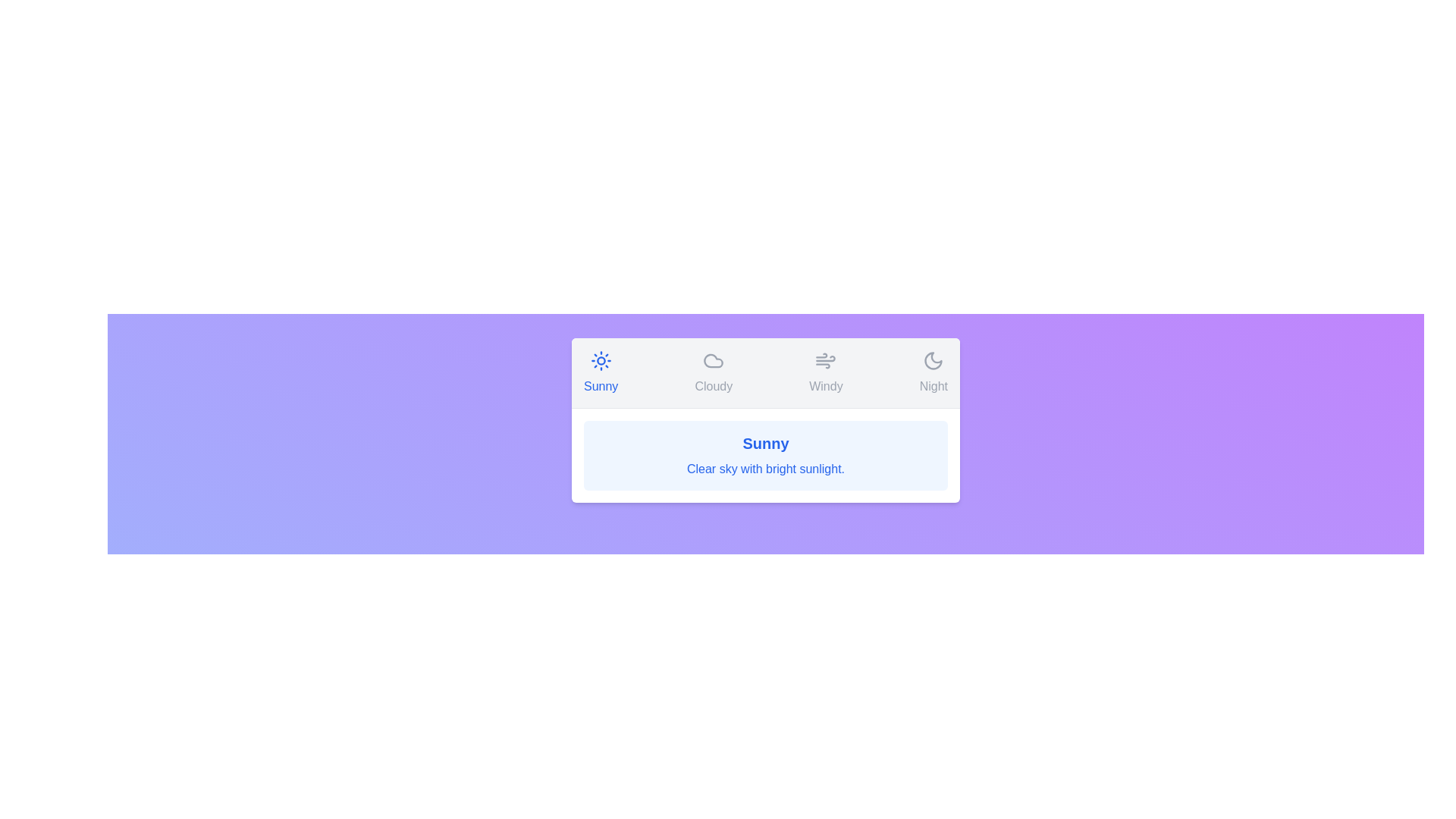 This screenshot has height=819, width=1456. Describe the element at coordinates (933, 373) in the screenshot. I see `the Night tab to switch to the corresponding weather condition` at that location.